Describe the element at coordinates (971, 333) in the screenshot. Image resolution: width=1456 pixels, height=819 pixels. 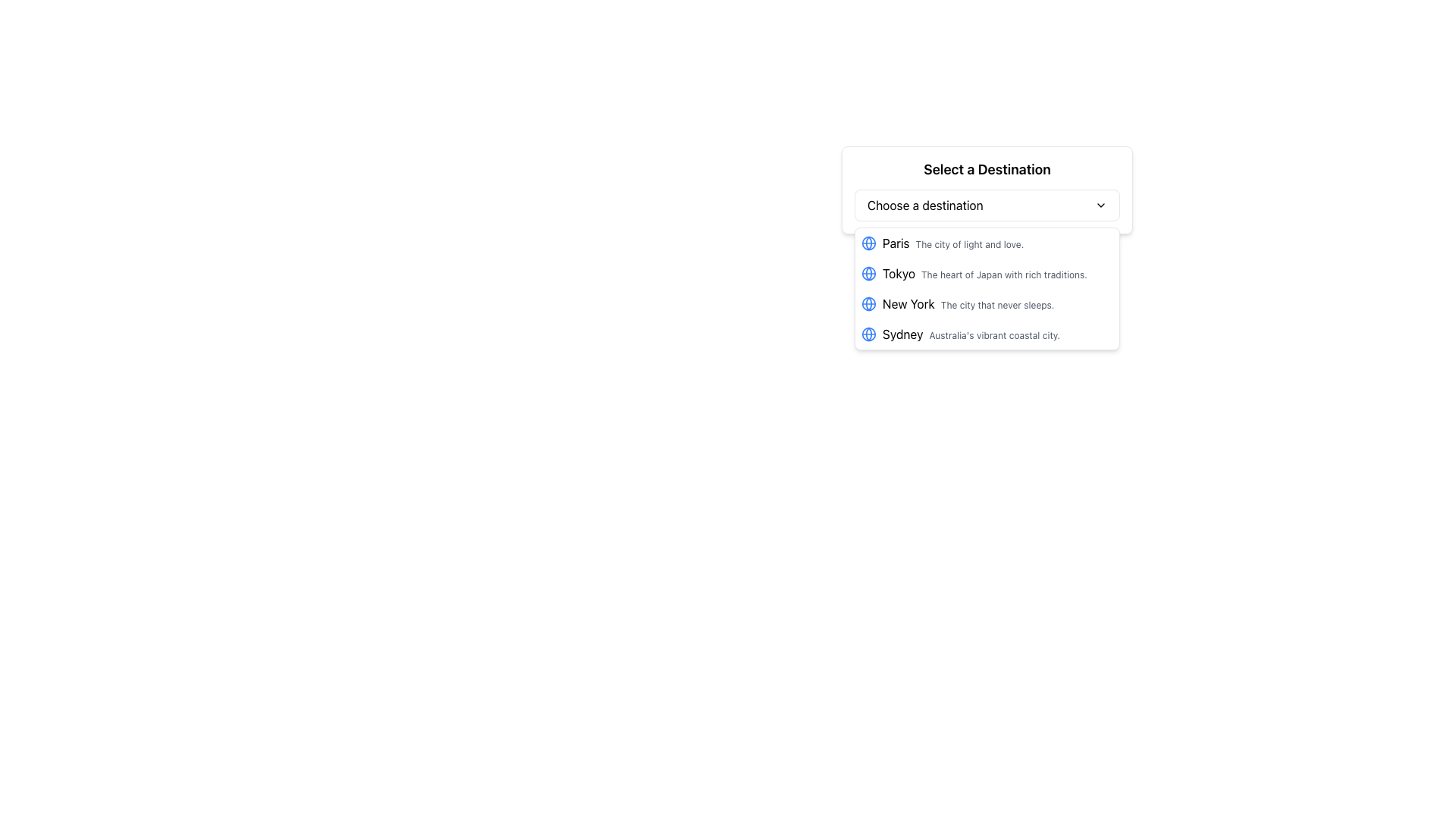
I see `the fourth item in the 'Choose a destination' dropdown menu` at that location.